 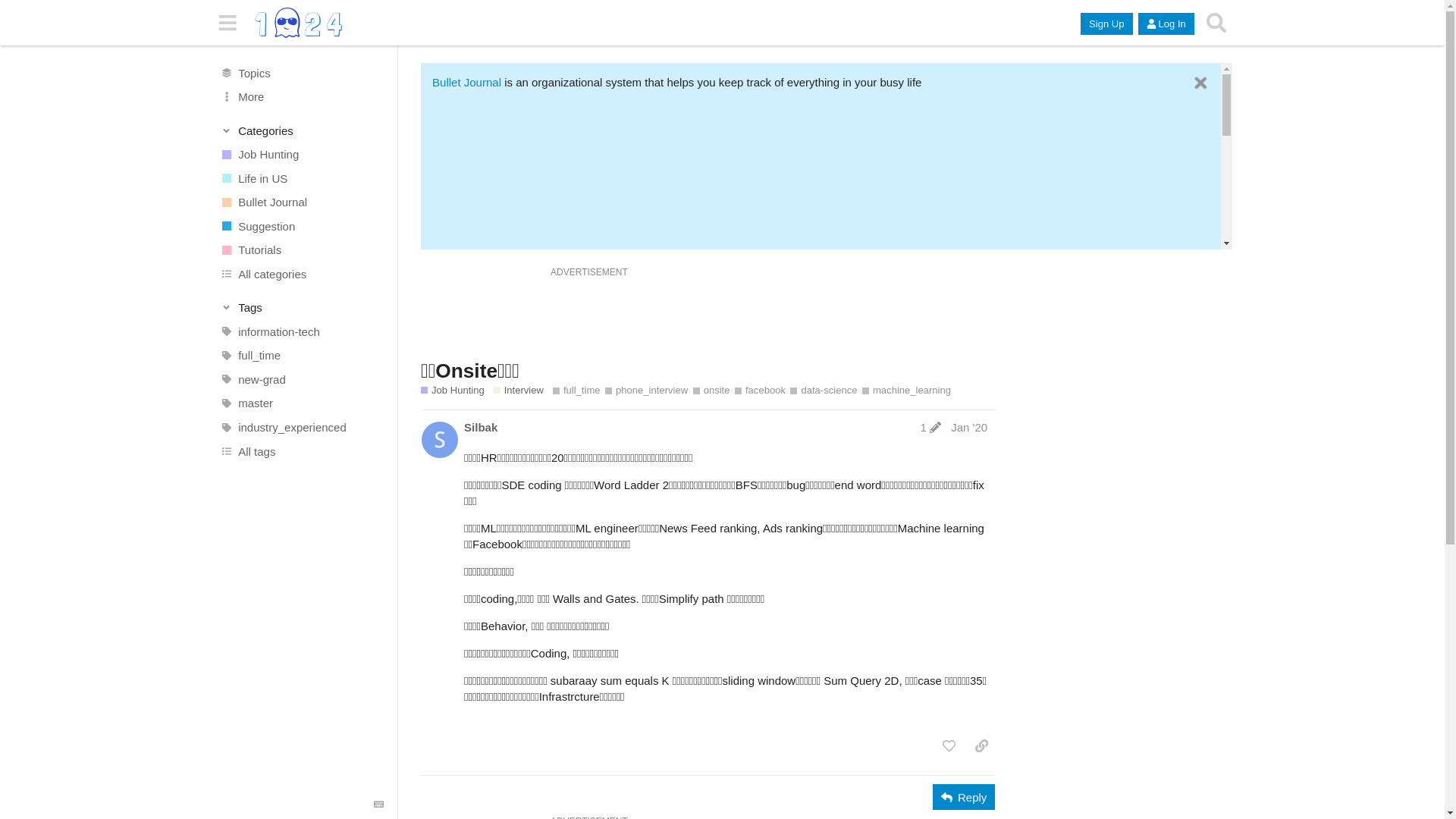 I want to click on 'Tags', so click(x=301, y=307).